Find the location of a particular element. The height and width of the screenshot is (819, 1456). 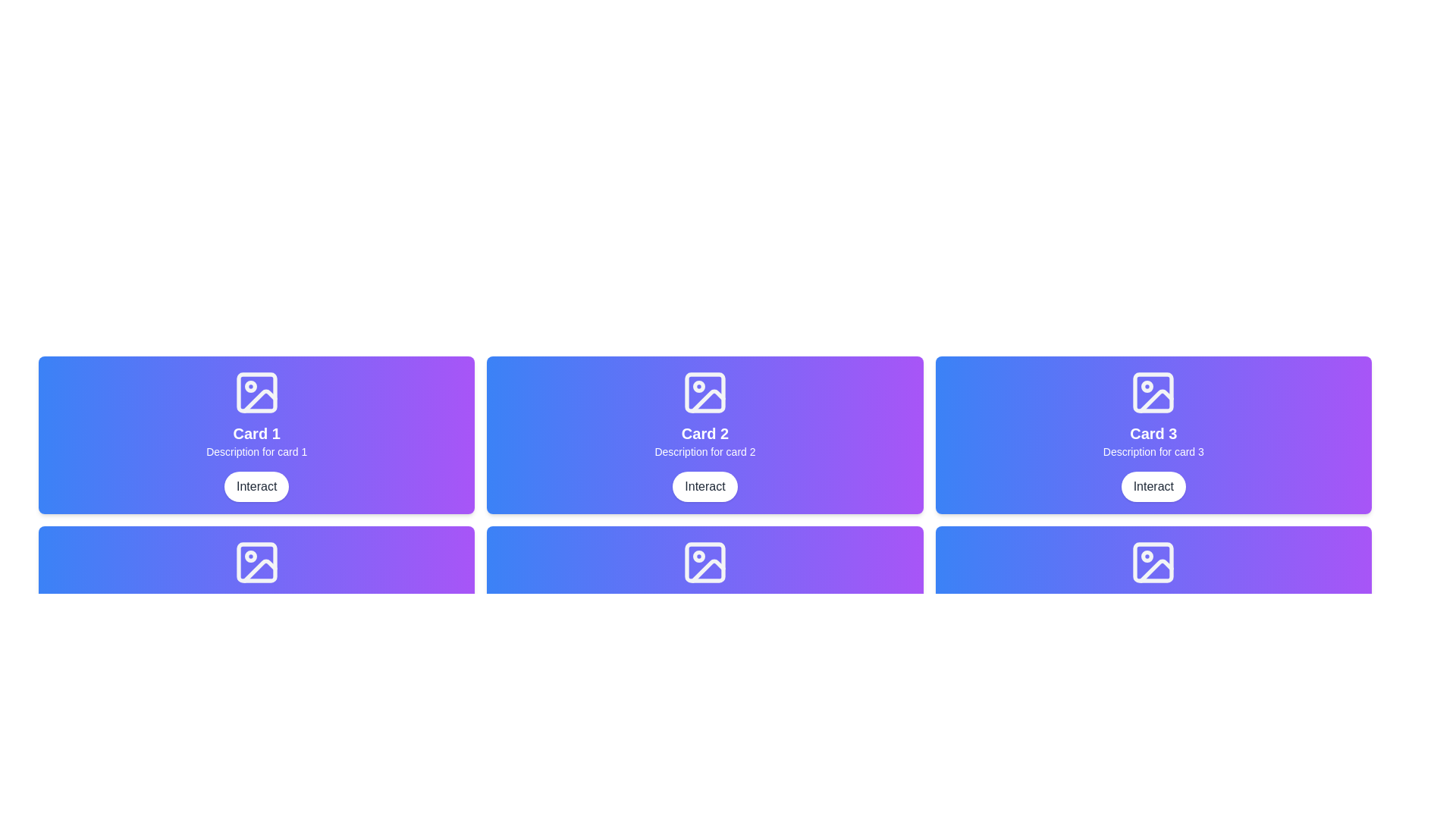

the image icon with a white stroke located in the second row, third position of the grid layout inside the 'Card 3' section is located at coordinates (1153, 562).